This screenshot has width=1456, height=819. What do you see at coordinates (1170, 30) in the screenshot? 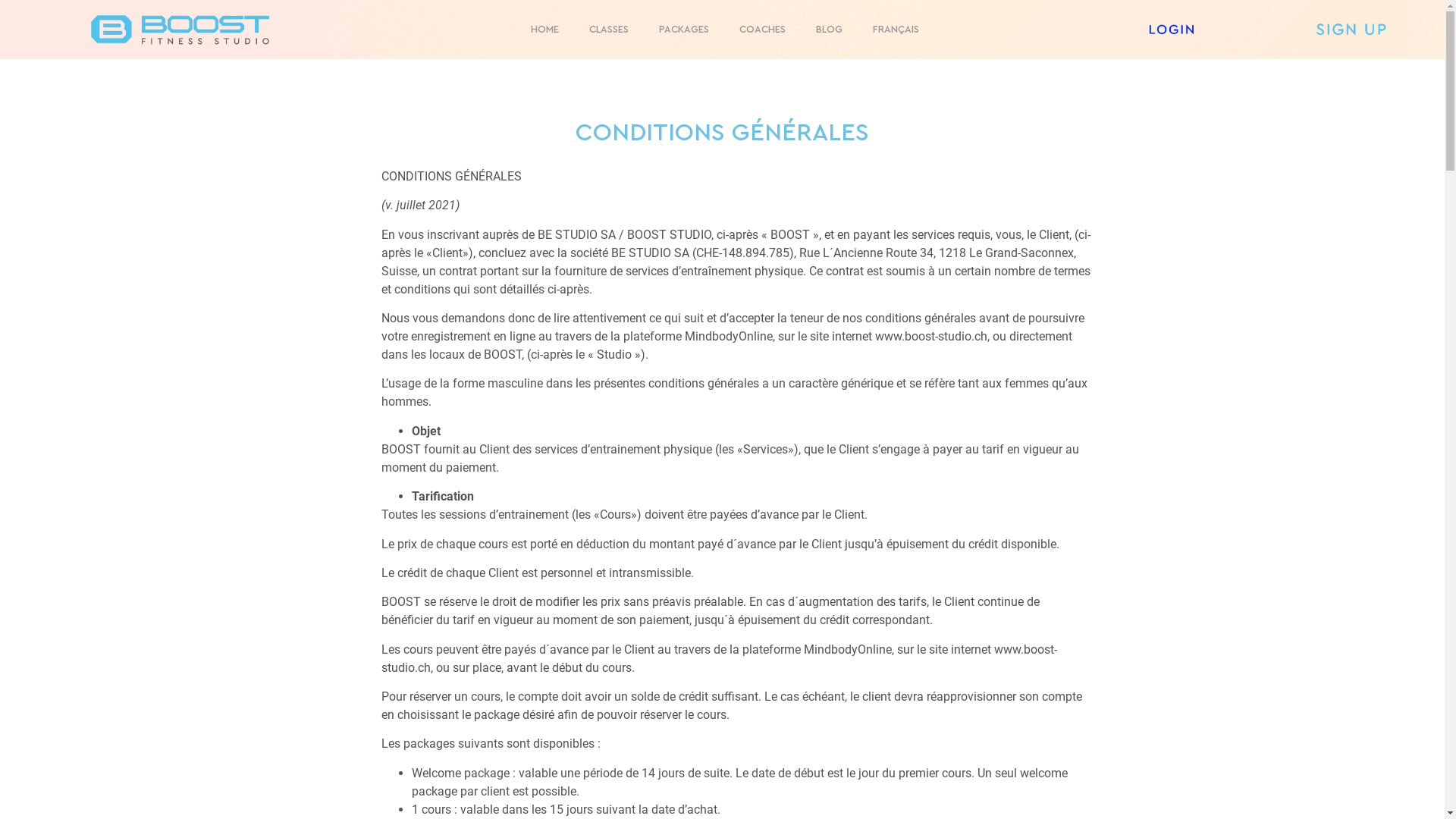
I see `'BOOST LOGIN'` at bounding box center [1170, 30].